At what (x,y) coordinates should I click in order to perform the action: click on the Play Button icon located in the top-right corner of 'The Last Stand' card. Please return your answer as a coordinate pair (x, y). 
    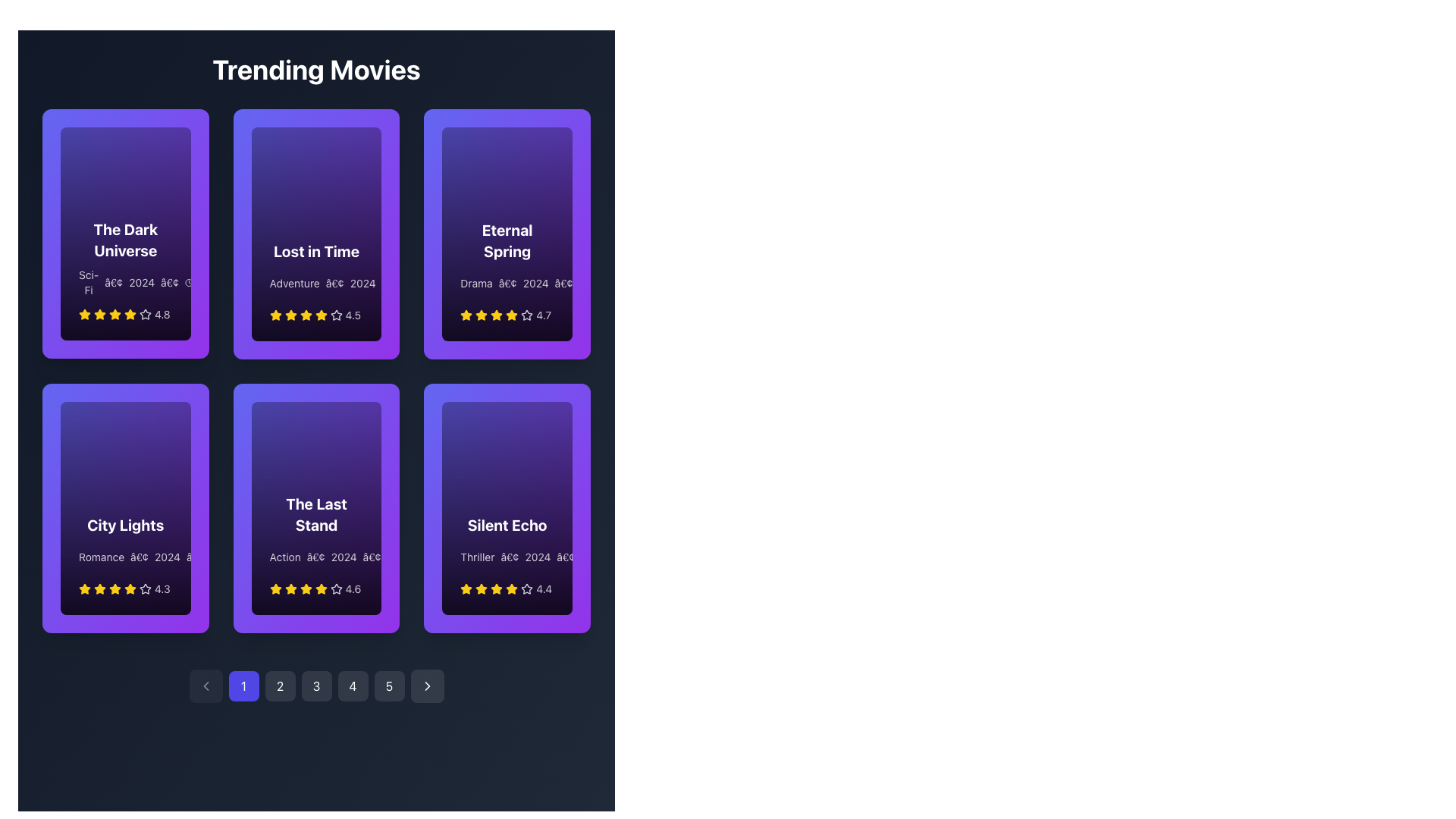
    Looking at the image, I should click on (375, 415).